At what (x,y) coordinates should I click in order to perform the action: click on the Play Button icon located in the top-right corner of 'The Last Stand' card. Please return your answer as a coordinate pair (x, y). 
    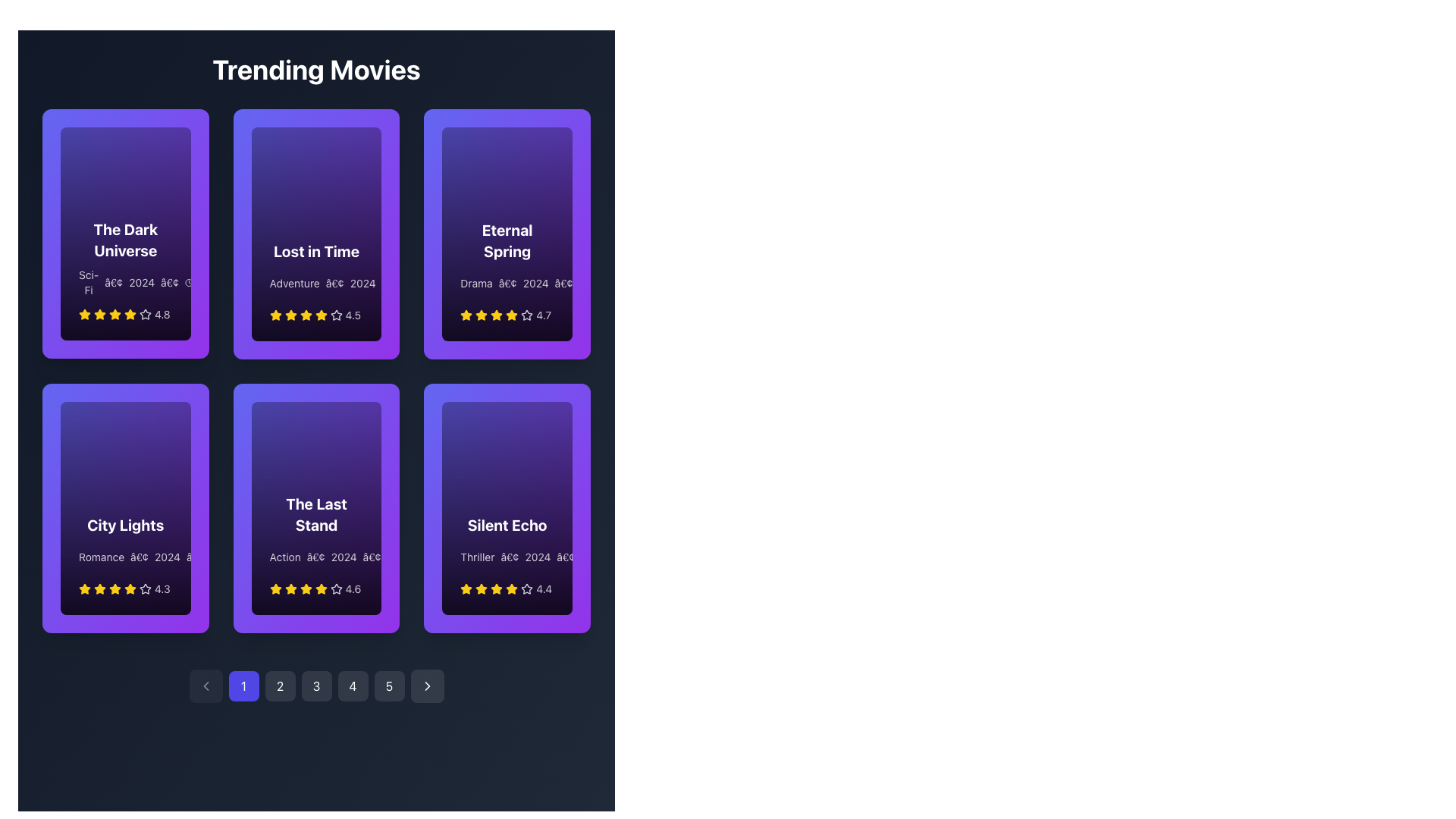
    Looking at the image, I should click on (375, 415).